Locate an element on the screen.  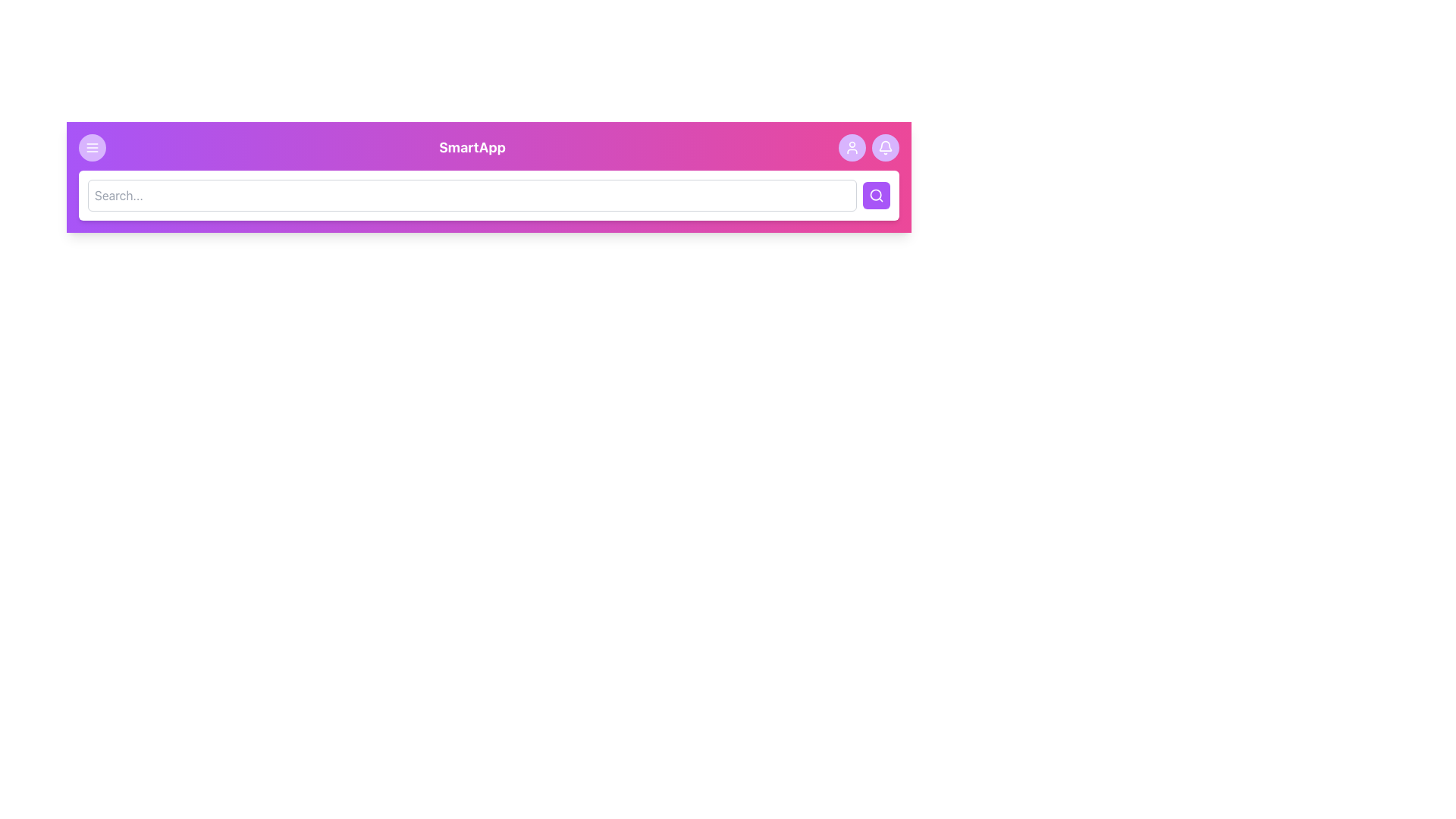
the vibrant purple rounded rectangular button with a search icon located at the right end of the search bar is located at coordinates (877, 195).